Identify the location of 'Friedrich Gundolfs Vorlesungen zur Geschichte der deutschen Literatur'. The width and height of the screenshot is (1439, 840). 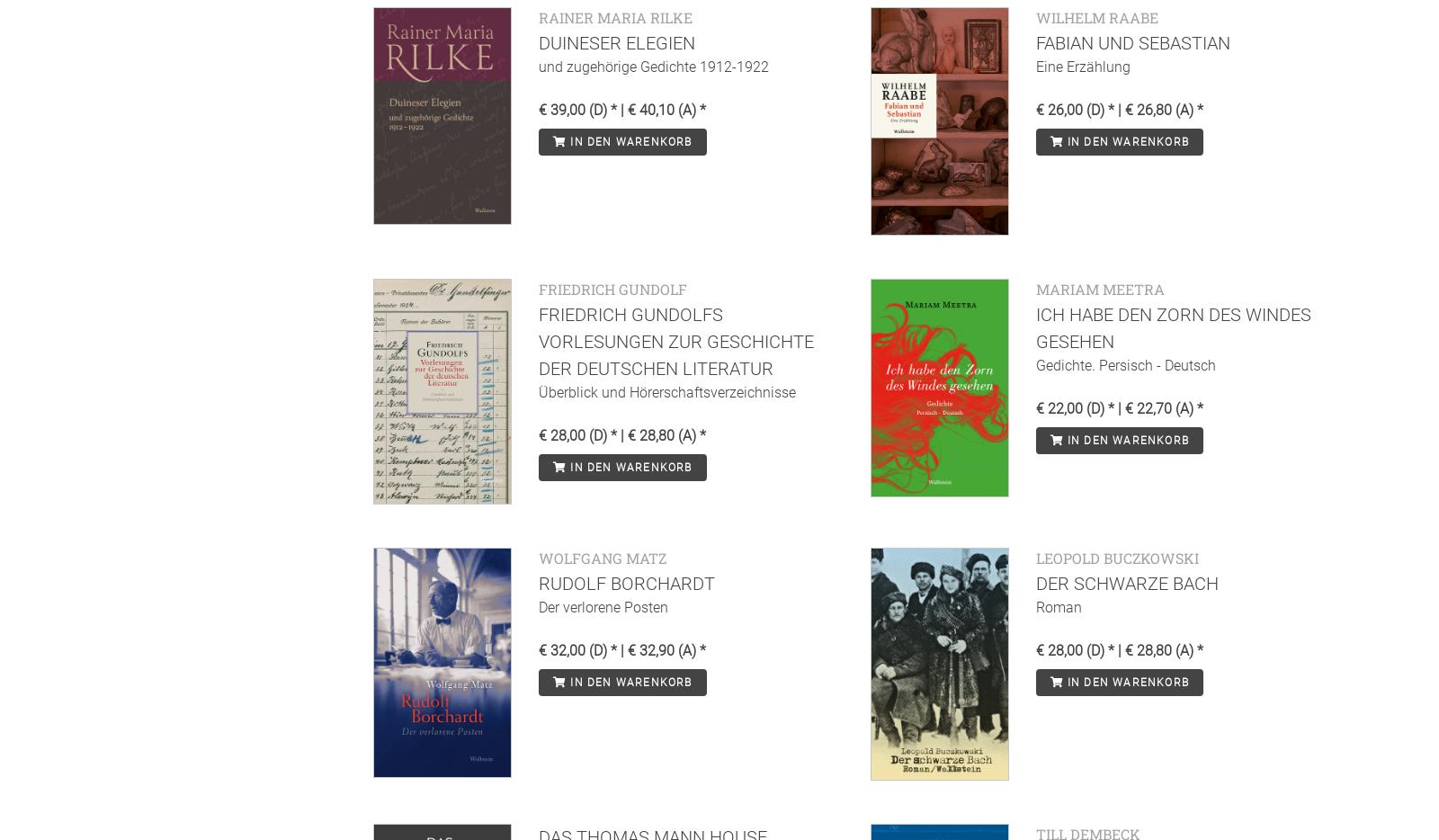
(676, 340).